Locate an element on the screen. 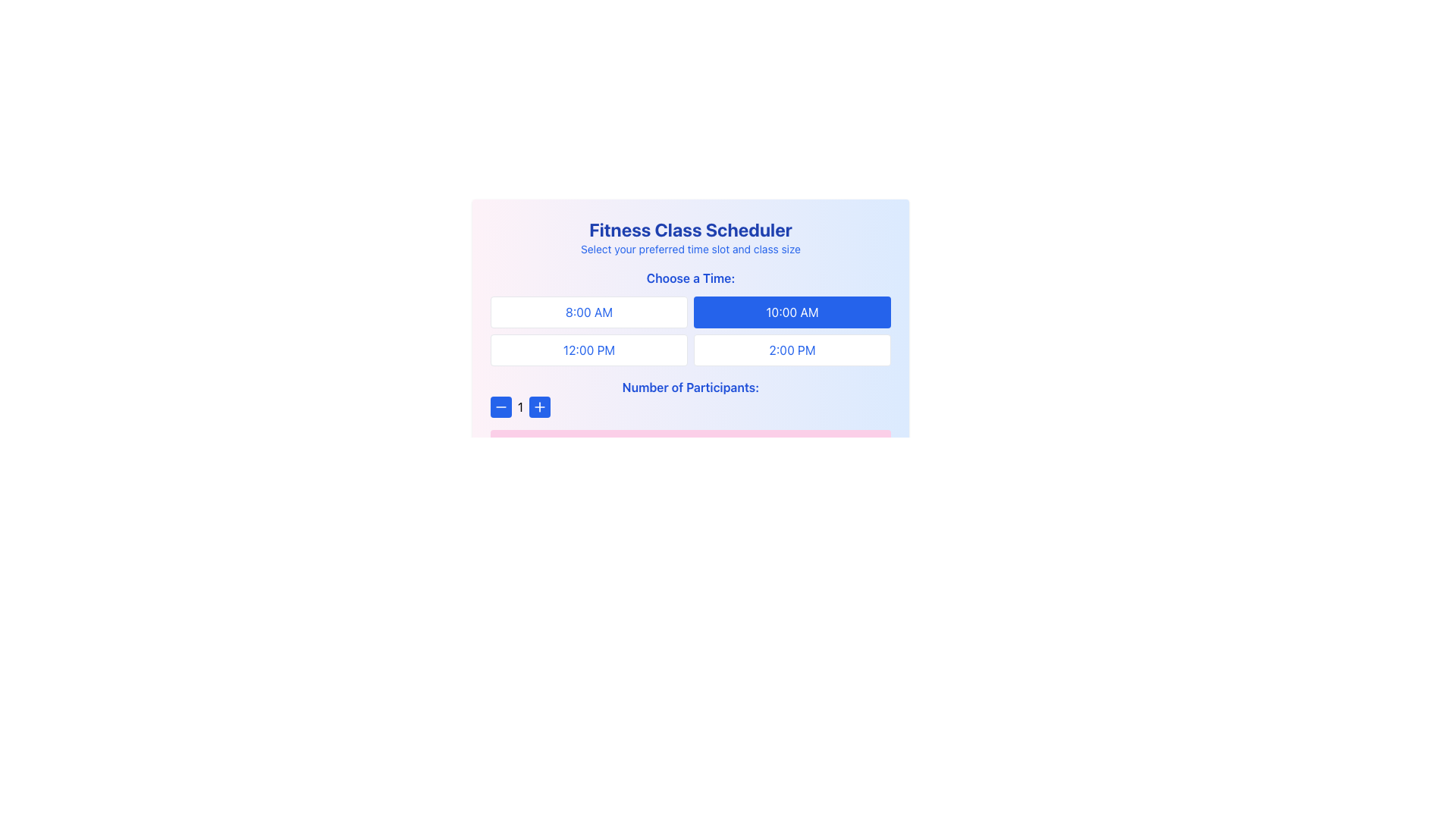 The image size is (1456, 819). the button displaying '10:00 AM' with a blue background is located at coordinates (792, 312).